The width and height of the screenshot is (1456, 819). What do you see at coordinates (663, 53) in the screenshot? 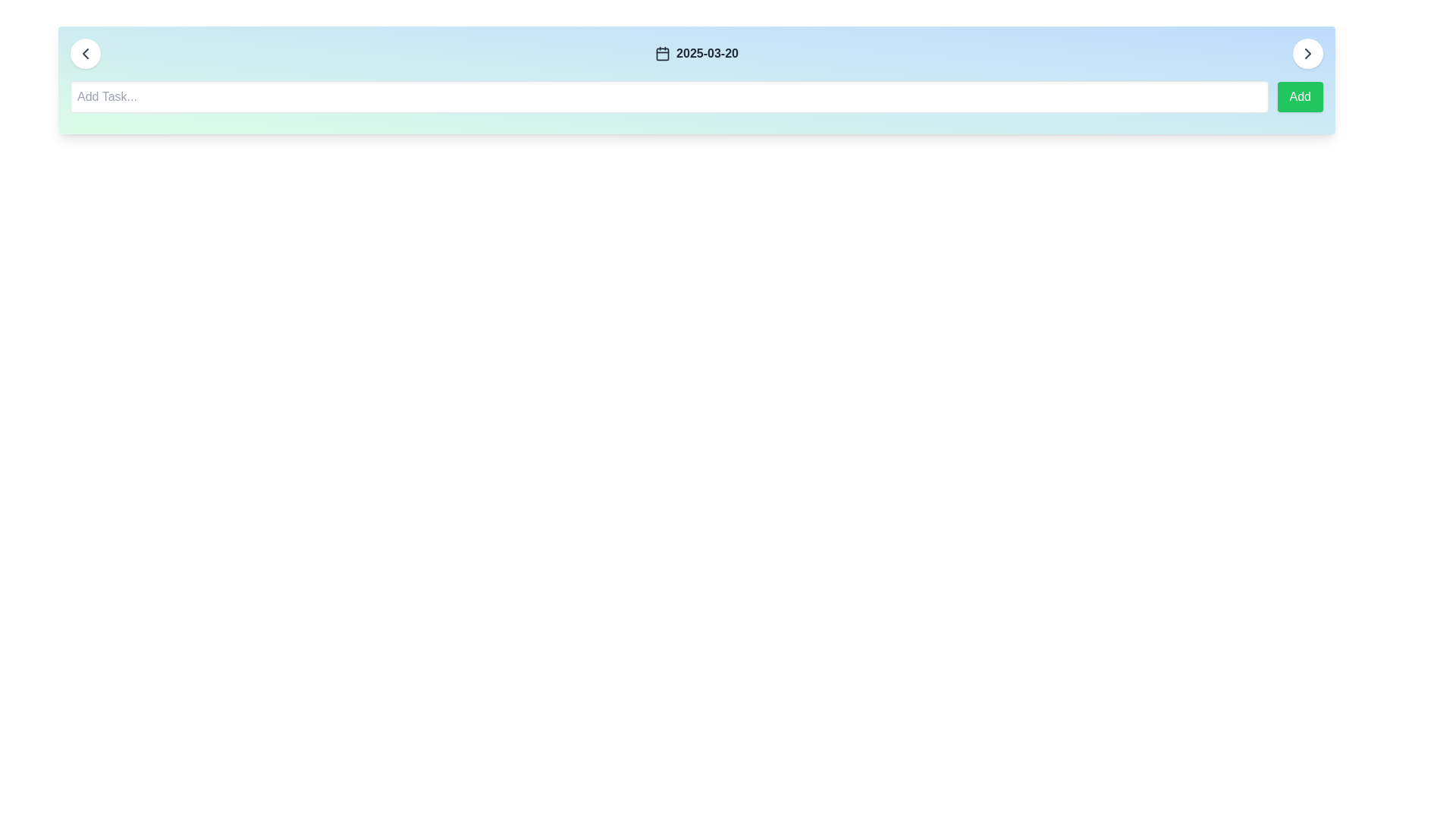
I see `the decorative rounded rectangle element located within the calendar icon near the text '2025-03-20'` at bounding box center [663, 53].